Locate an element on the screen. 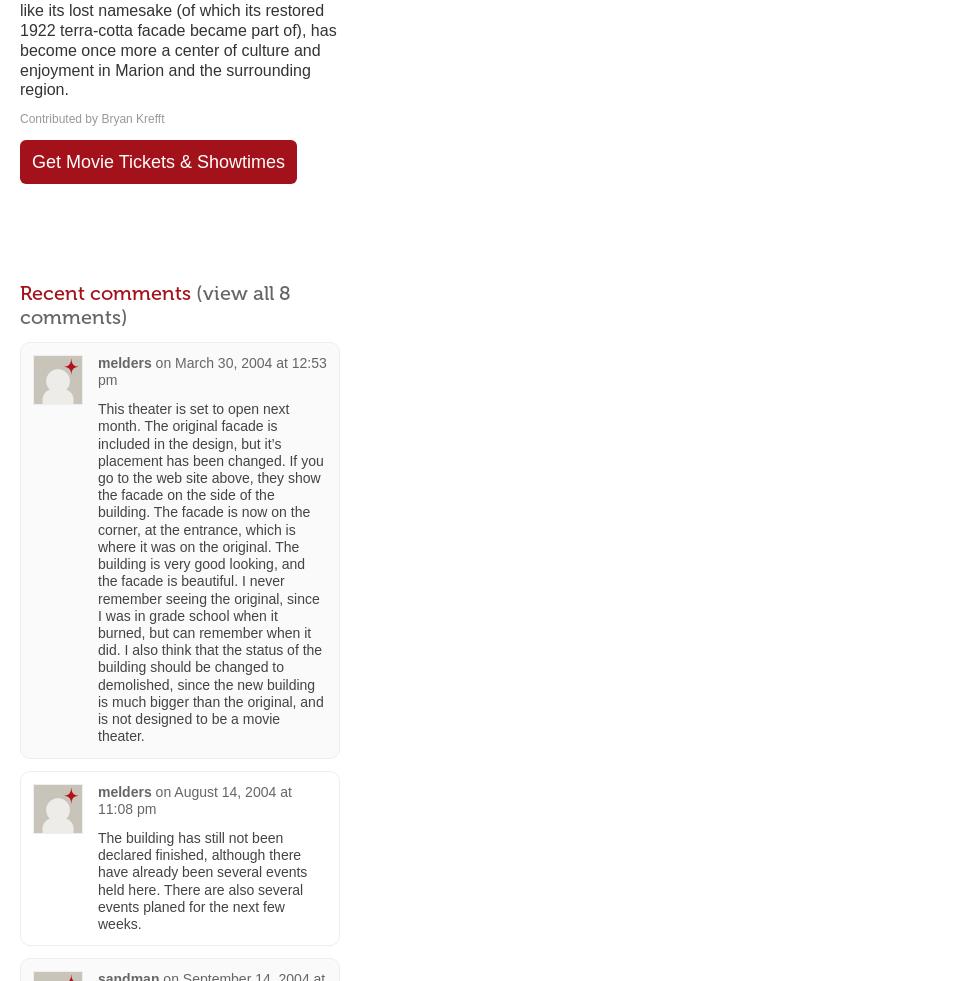 This screenshot has height=981, width=972. 'March 30, 2004 at 12:53 pm' is located at coordinates (210, 369).